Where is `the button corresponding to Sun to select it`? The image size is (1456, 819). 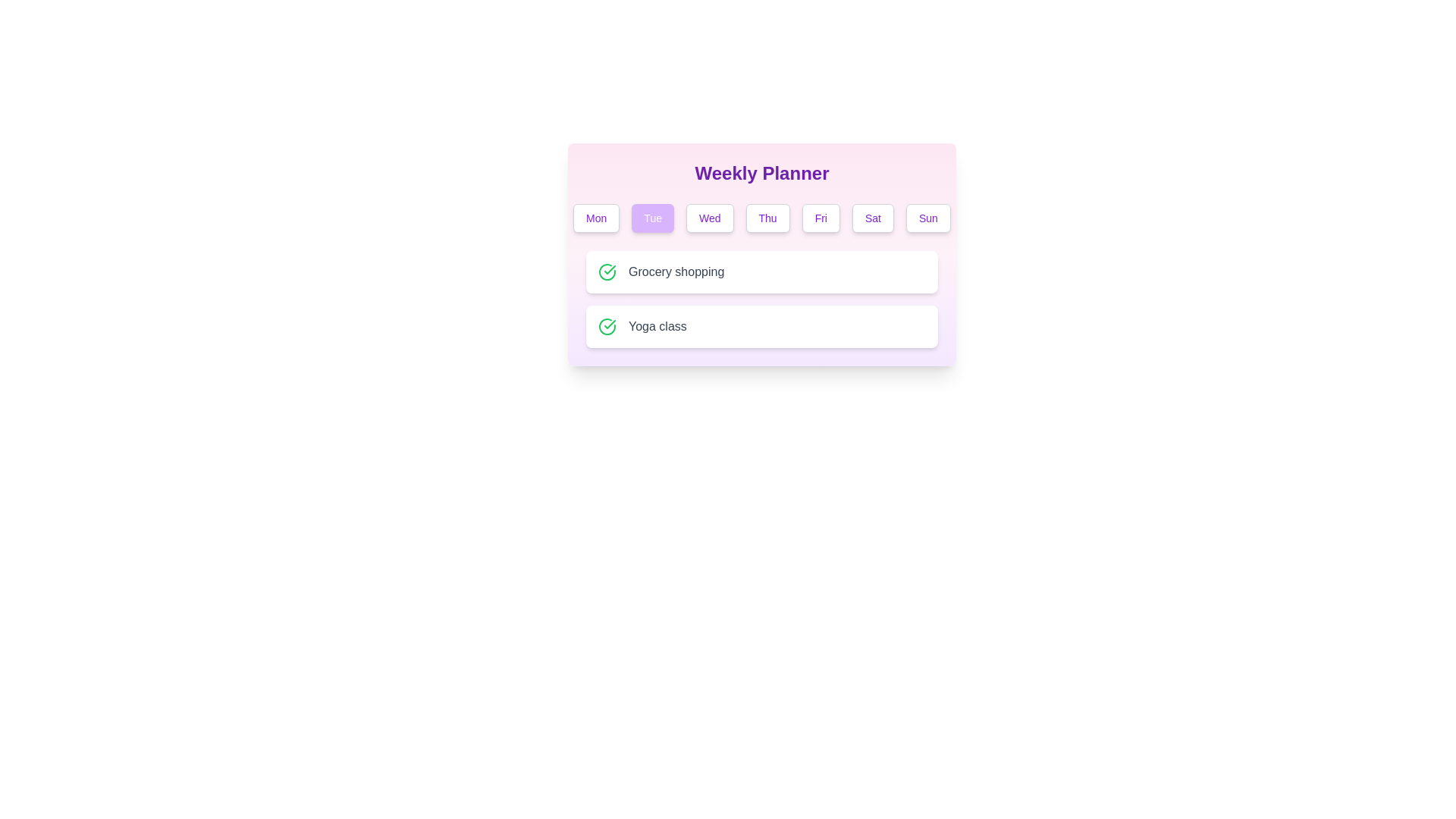 the button corresponding to Sun to select it is located at coordinates (927, 218).